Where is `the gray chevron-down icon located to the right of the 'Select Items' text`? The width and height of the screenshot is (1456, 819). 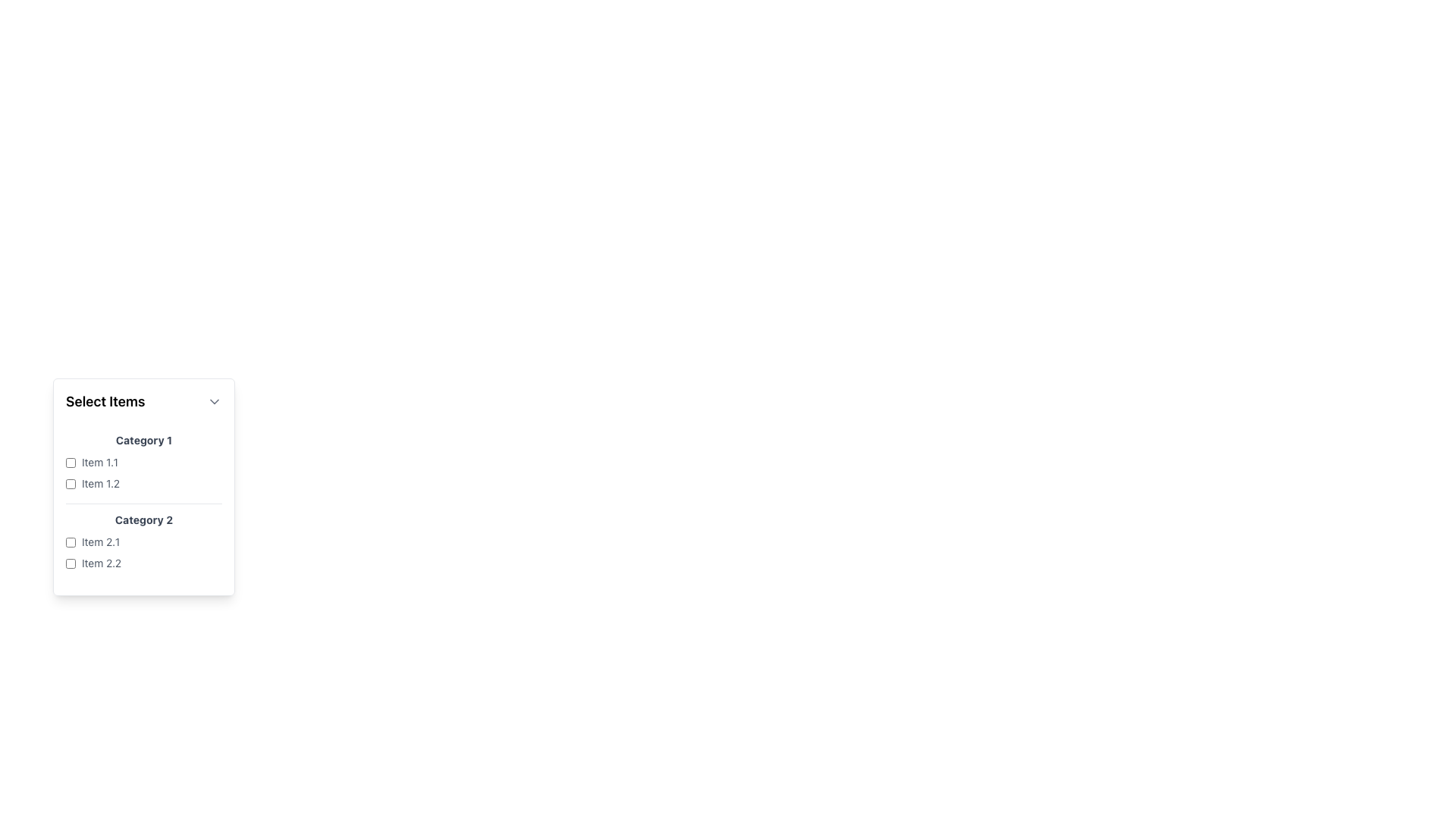 the gray chevron-down icon located to the right of the 'Select Items' text is located at coordinates (214, 400).